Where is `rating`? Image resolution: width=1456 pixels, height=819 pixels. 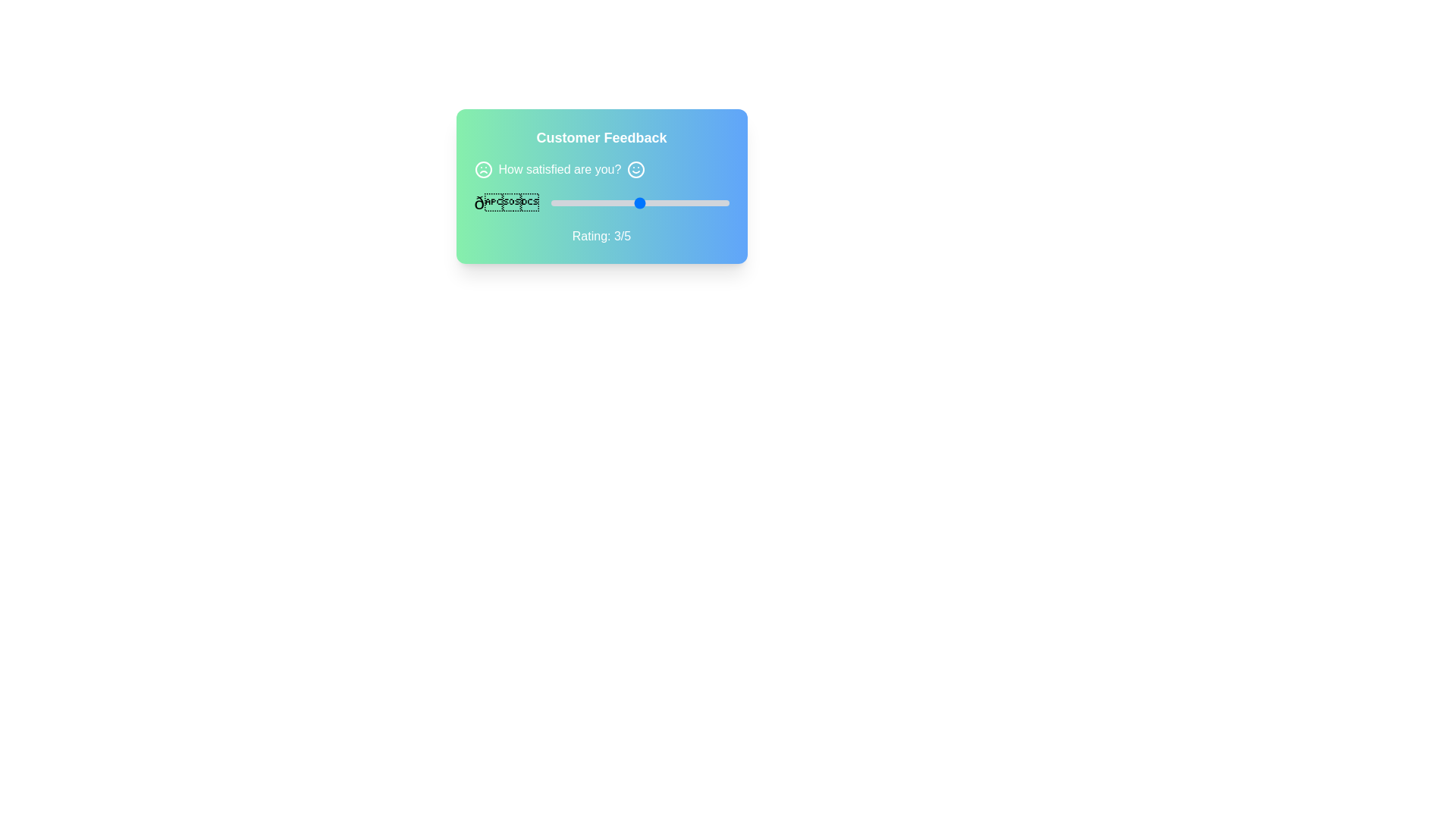
rating is located at coordinates (640, 202).